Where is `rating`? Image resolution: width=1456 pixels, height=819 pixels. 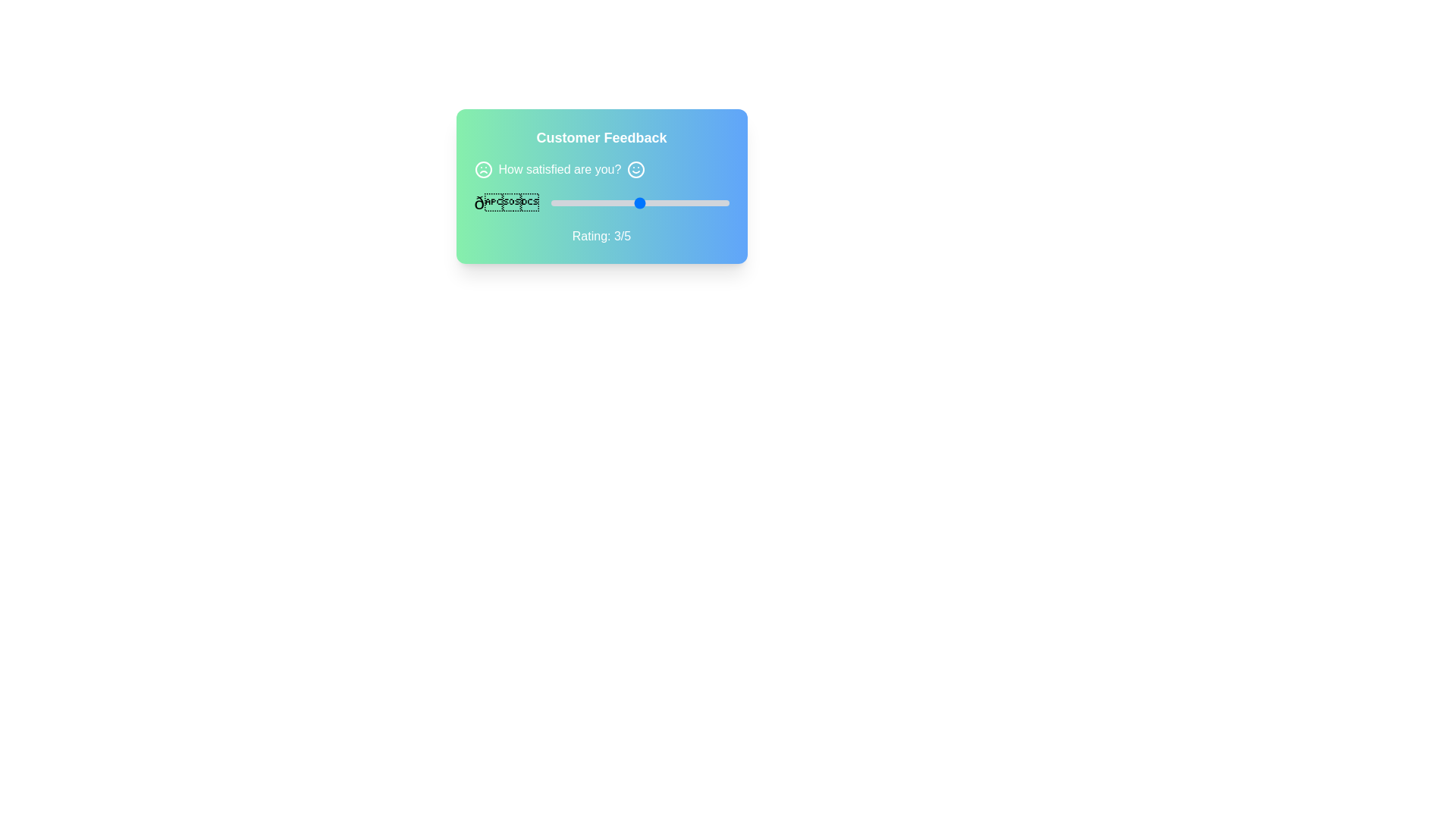
rating is located at coordinates (640, 202).